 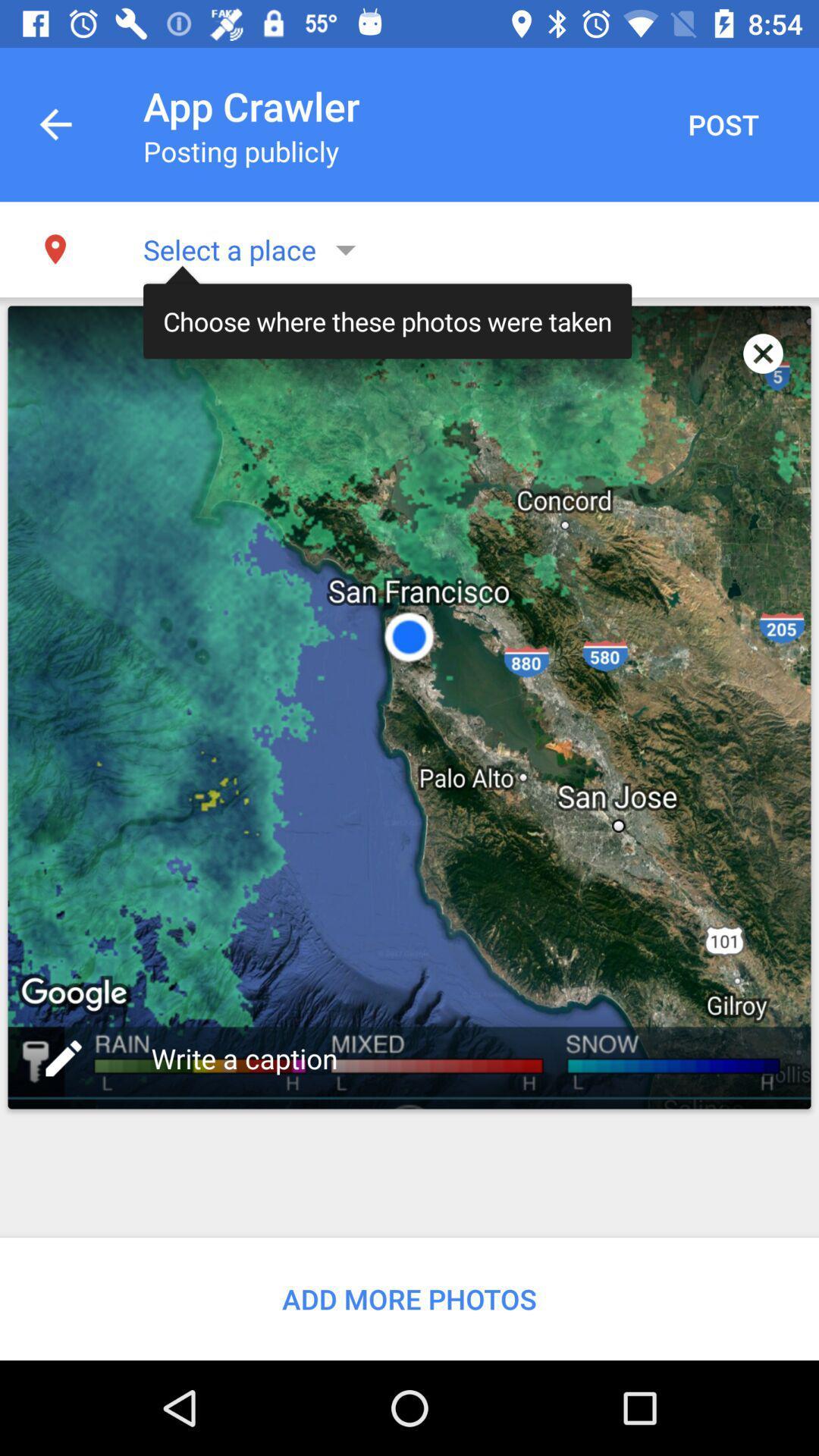 What do you see at coordinates (722, 124) in the screenshot?
I see `item to the right of app crawler icon` at bounding box center [722, 124].